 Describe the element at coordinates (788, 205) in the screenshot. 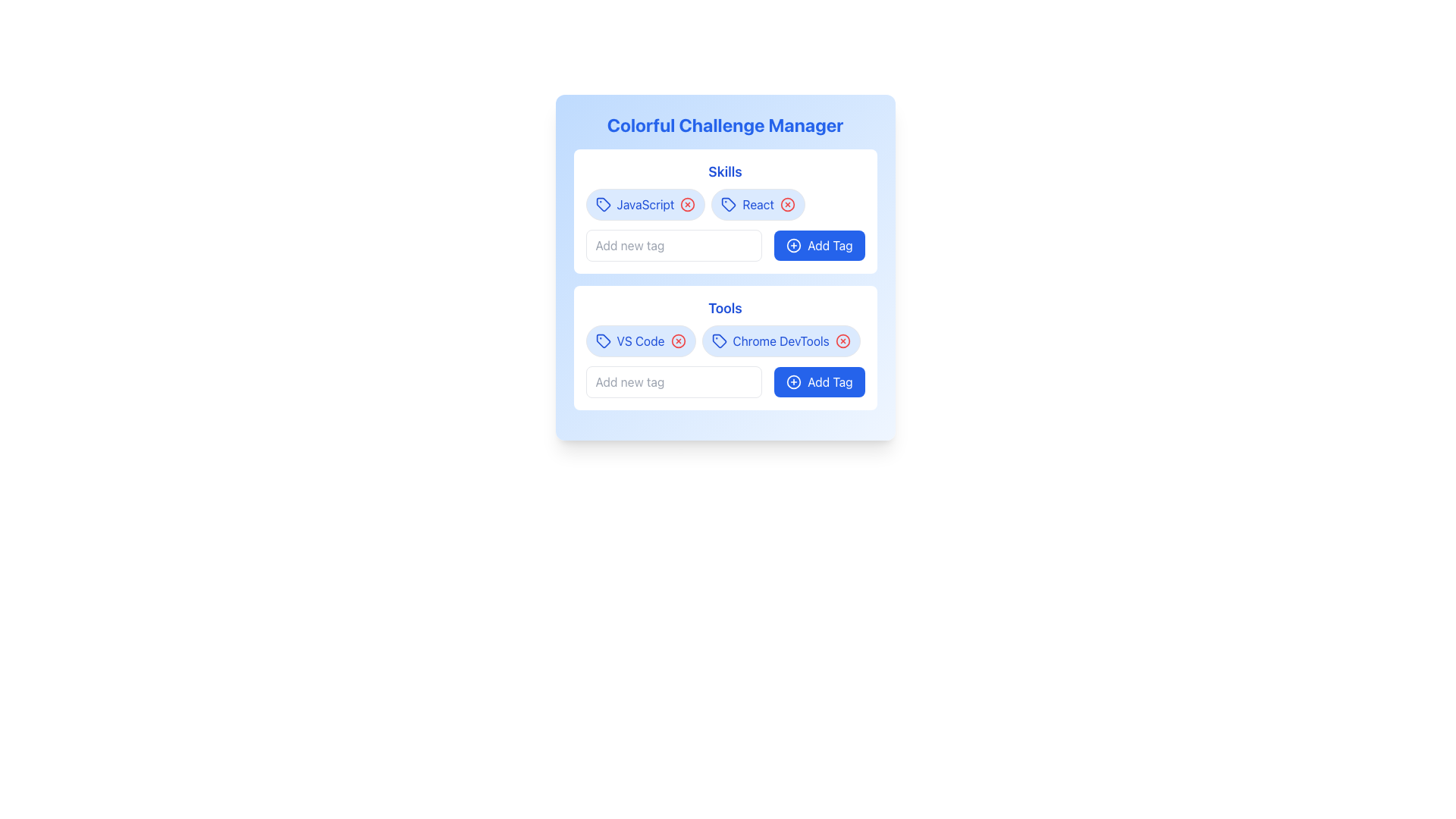

I see `the circular graphical element located to the right of the 'React' label within the 'Skills' section, which is characterized by its clean, minimalist design as part of an icon` at that location.